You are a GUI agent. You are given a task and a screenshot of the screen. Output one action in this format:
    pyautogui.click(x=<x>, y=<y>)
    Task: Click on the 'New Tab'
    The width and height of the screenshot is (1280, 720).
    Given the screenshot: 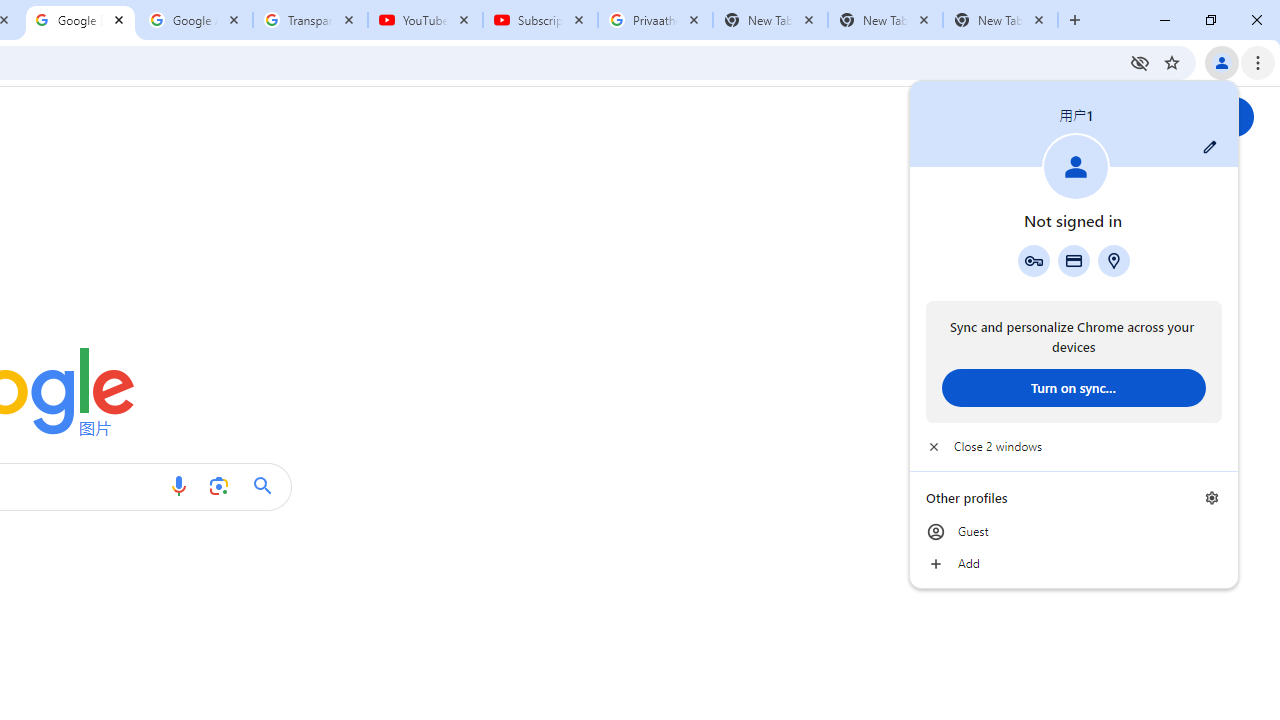 What is the action you would take?
    pyautogui.click(x=1000, y=20)
    